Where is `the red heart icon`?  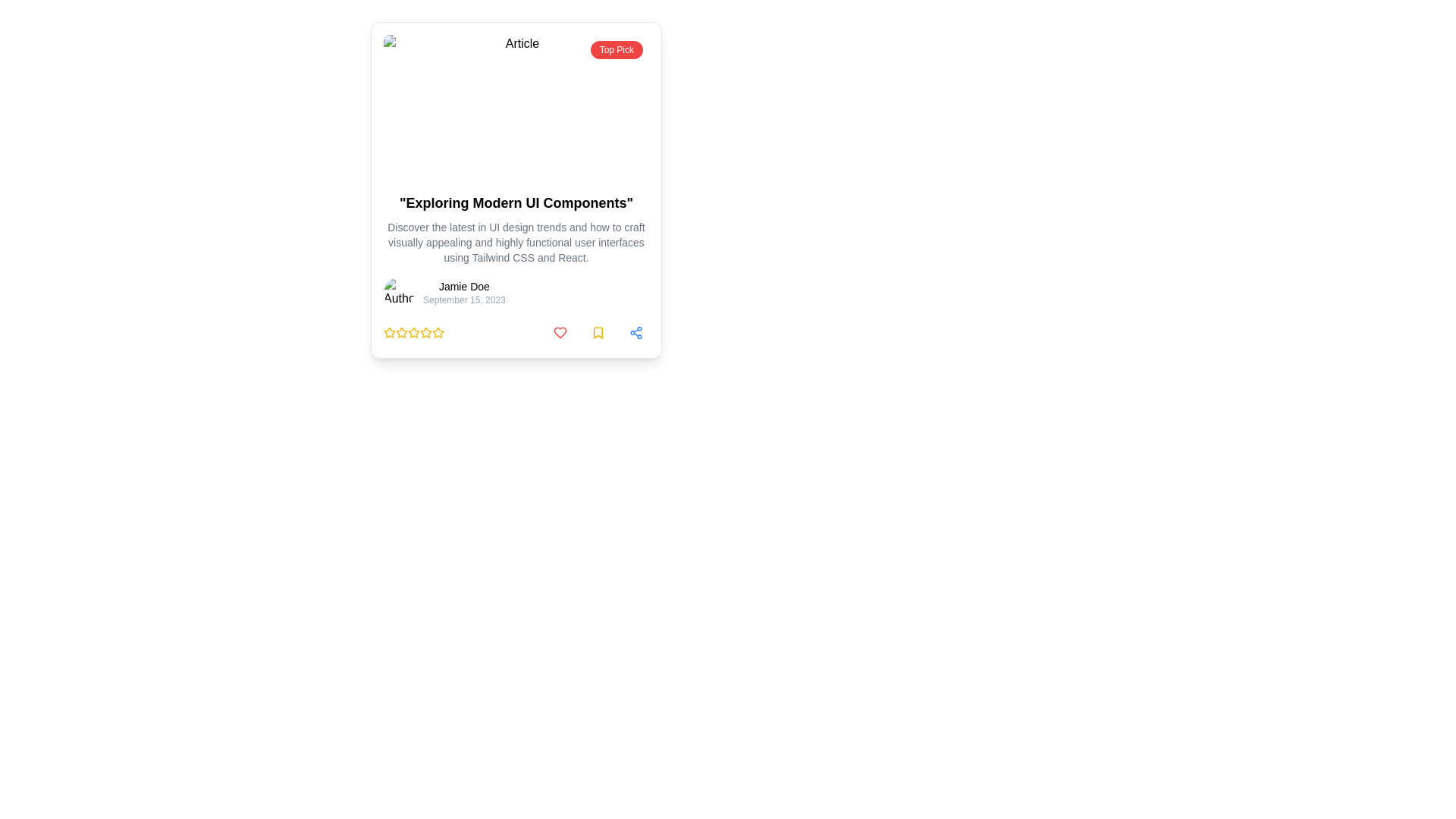 the red heart icon is located at coordinates (560, 332).